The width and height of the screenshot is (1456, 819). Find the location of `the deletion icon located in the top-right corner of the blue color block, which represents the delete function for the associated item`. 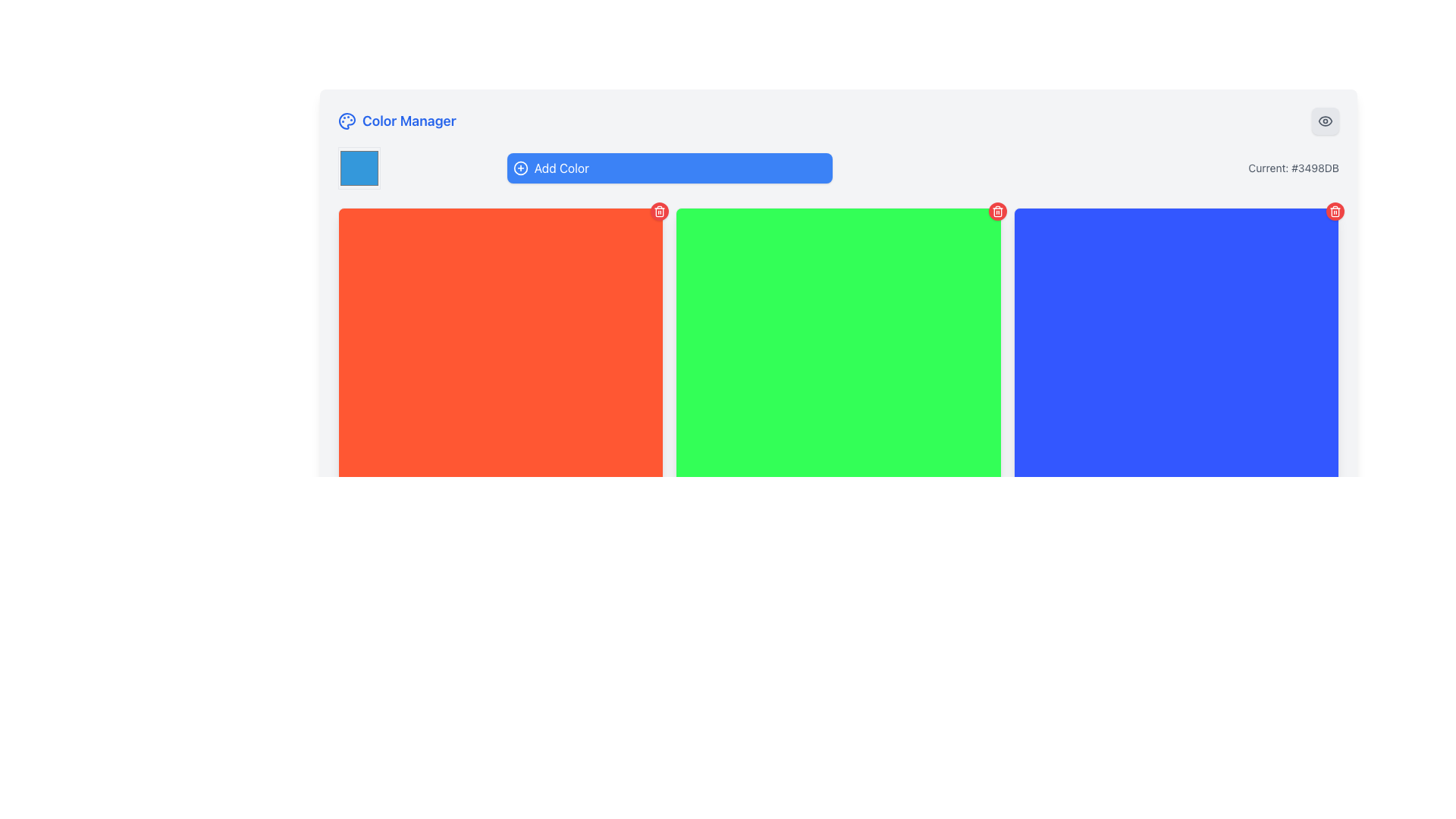

the deletion icon located in the top-right corner of the blue color block, which represents the delete function for the associated item is located at coordinates (1335, 211).